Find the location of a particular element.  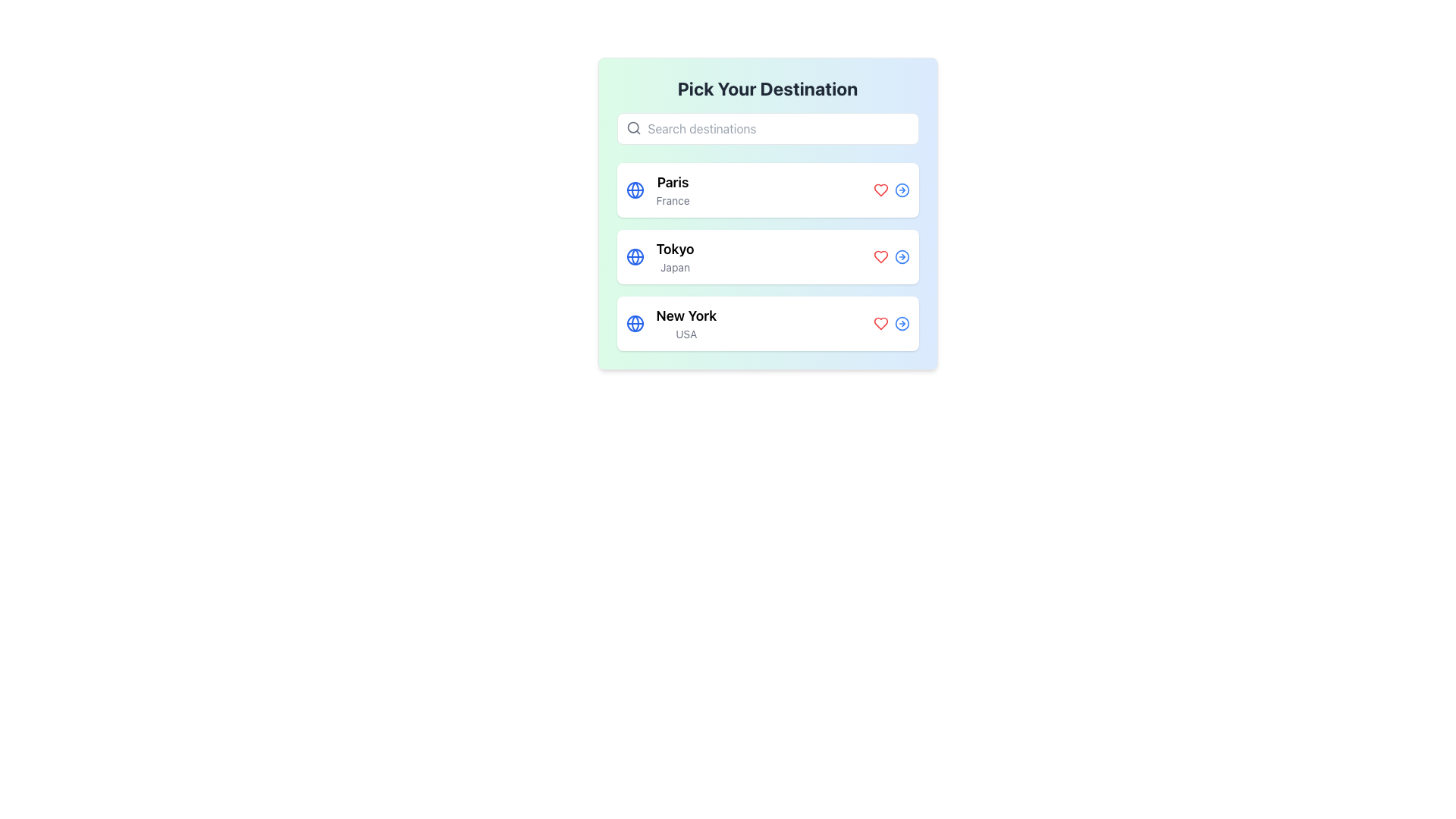

the text label displaying 'France', which is styled in gray and is smaller than the sibling text 'Paris', located in a vertically arranged list of destinations is located at coordinates (672, 200).